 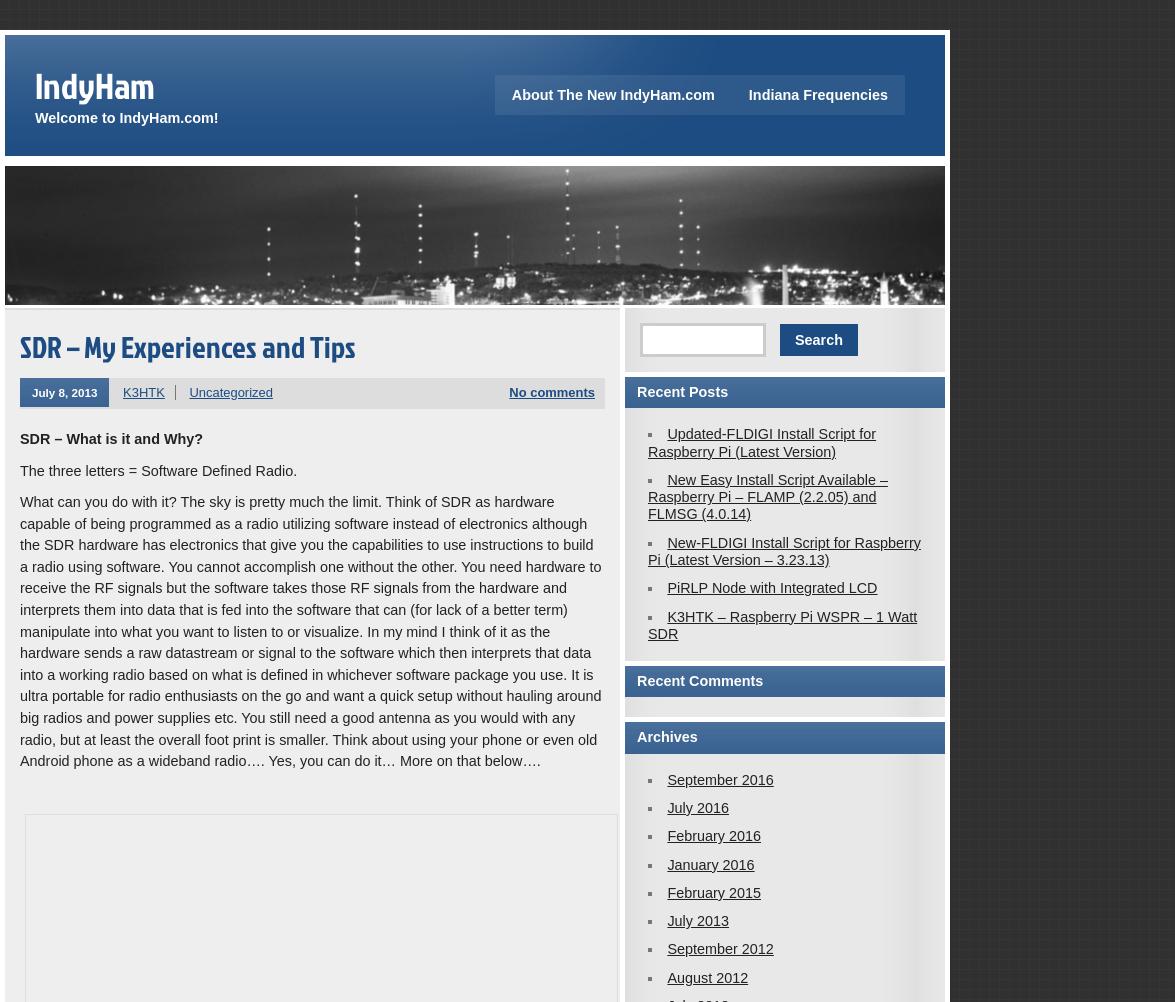 I want to click on 'Recent Posts', so click(x=681, y=391).